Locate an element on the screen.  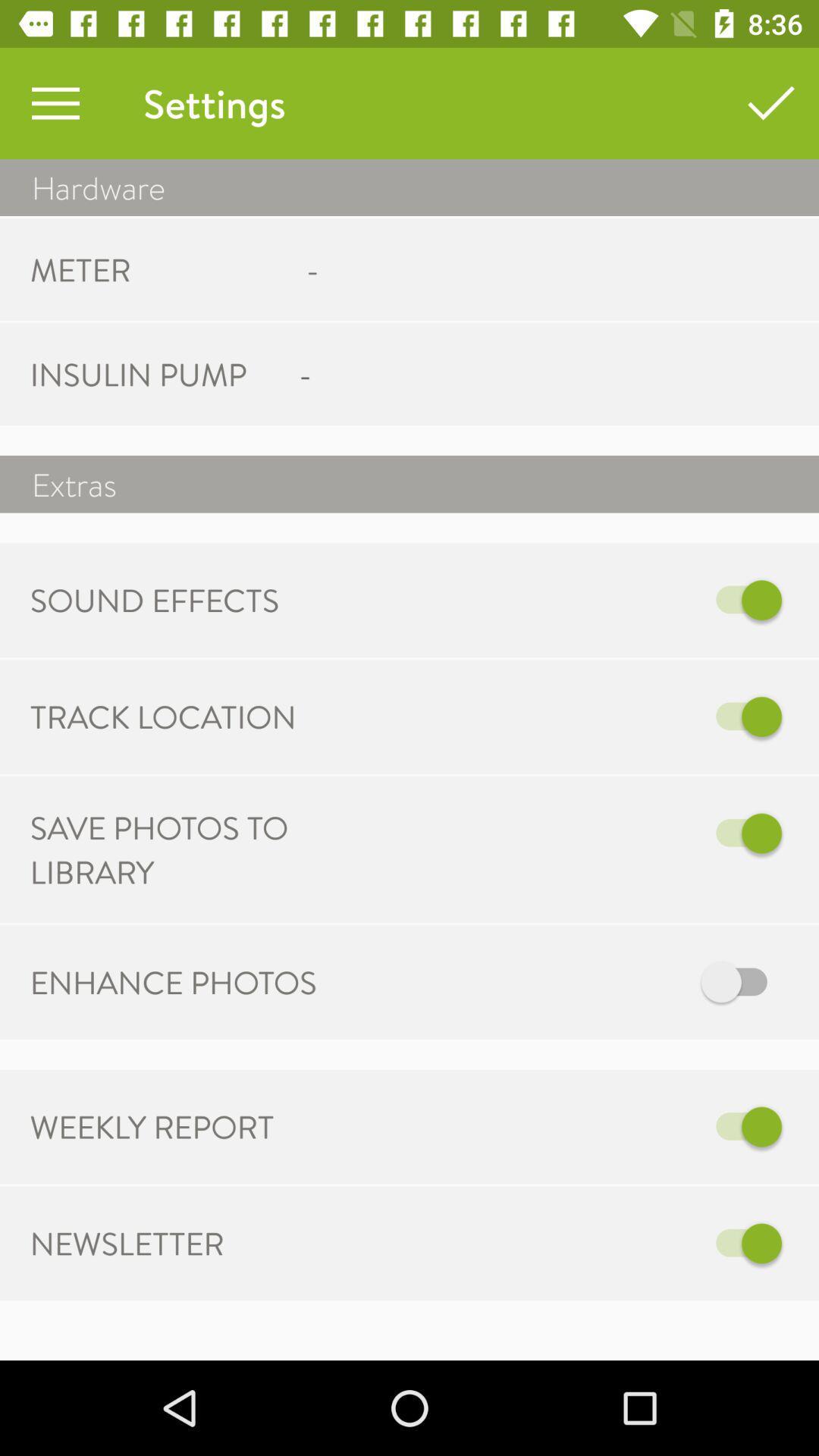
switch photo library option is located at coordinates (566, 833).